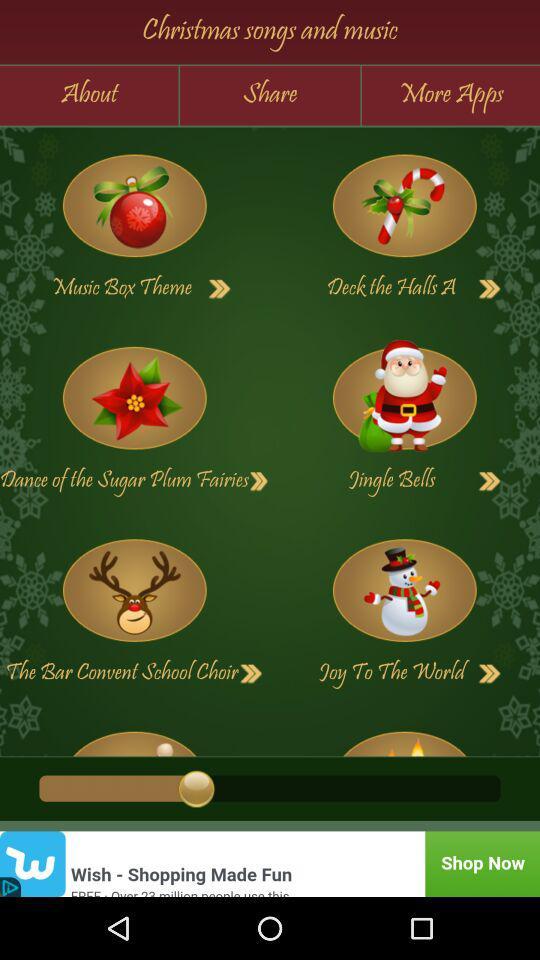 The width and height of the screenshot is (540, 960). What do you see at coordinates (134, 206) in the screenshot?
I see `song` at bounding box center [134, 206].